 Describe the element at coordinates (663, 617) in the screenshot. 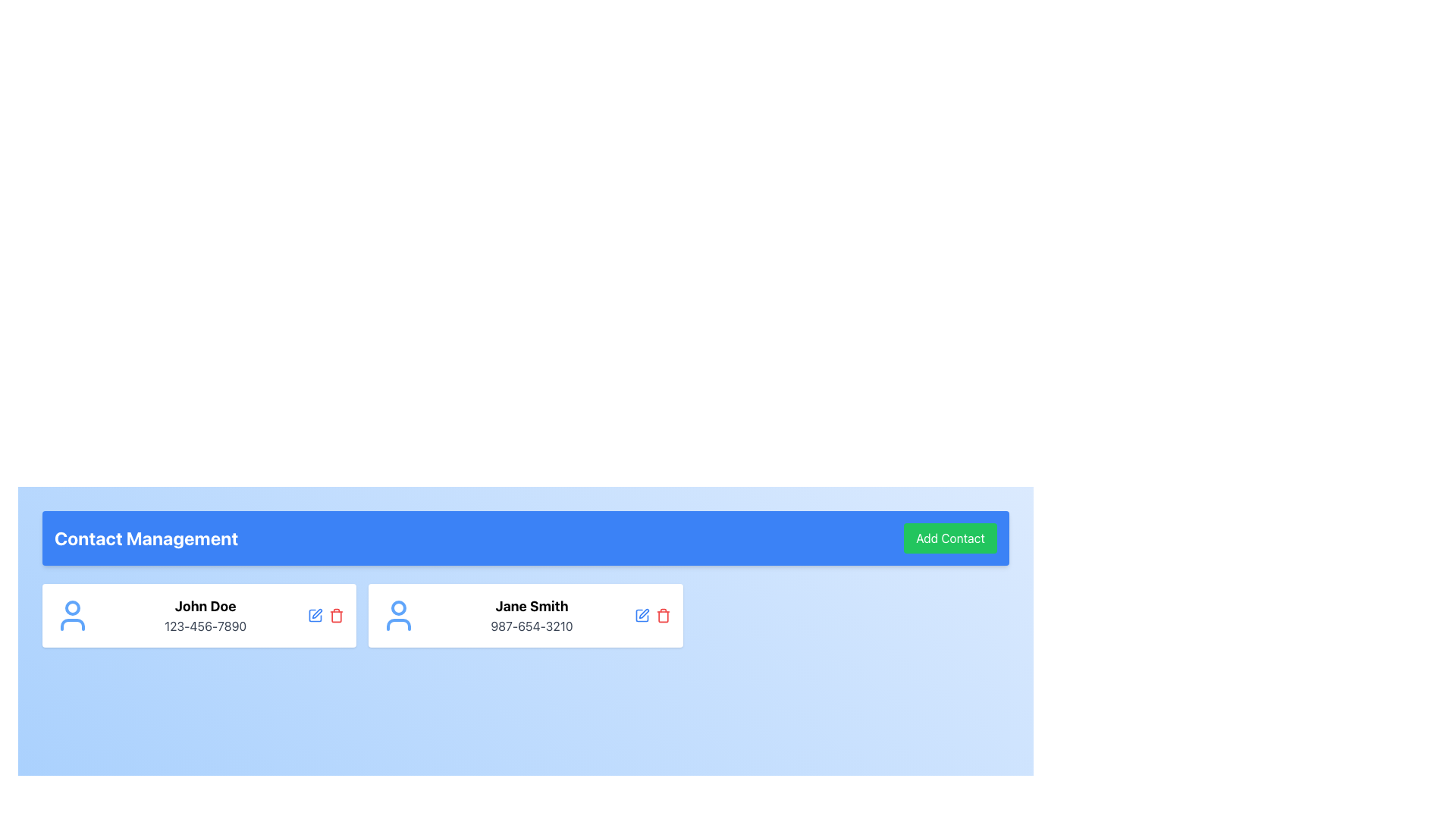

I see `the trash icon within the delete button of Jane Smith's contact card` at that location.